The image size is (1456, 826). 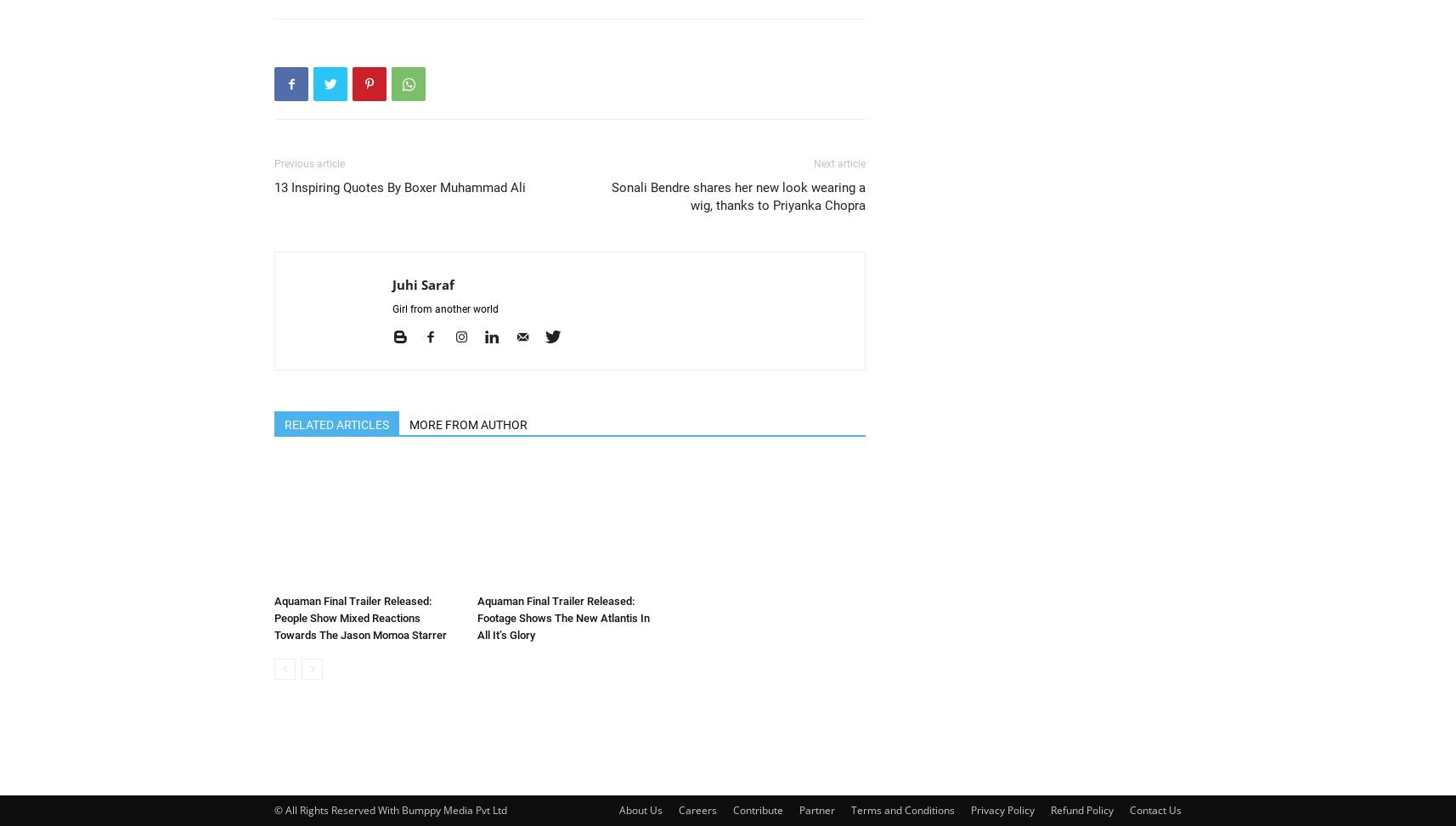 What do you see at coordinates (838, 163) in the screenshot?
I see `'Next article'` at bounding box center [838, 163].